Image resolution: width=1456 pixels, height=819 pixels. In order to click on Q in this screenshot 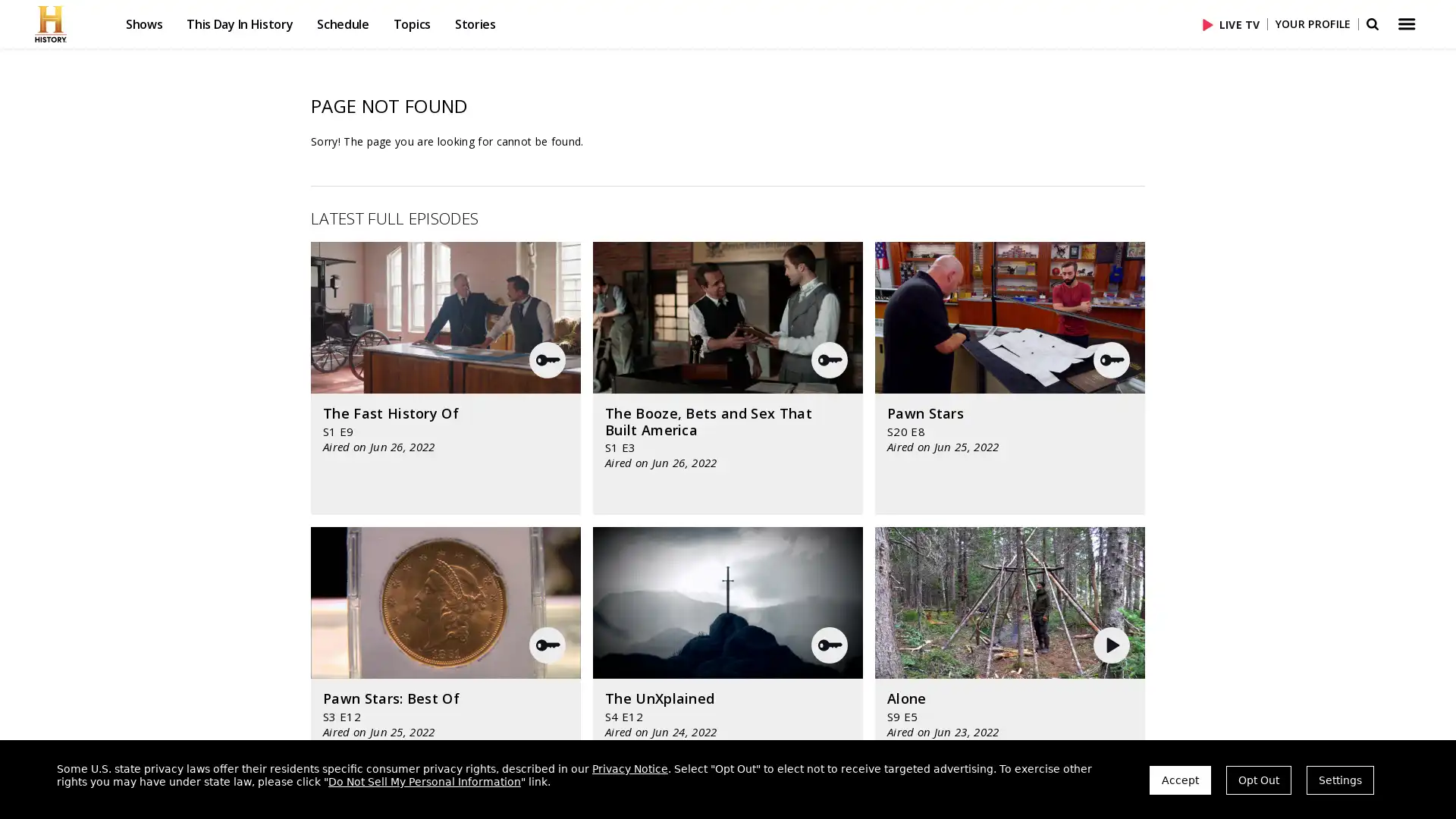, I will do `click(1111, 359)`.